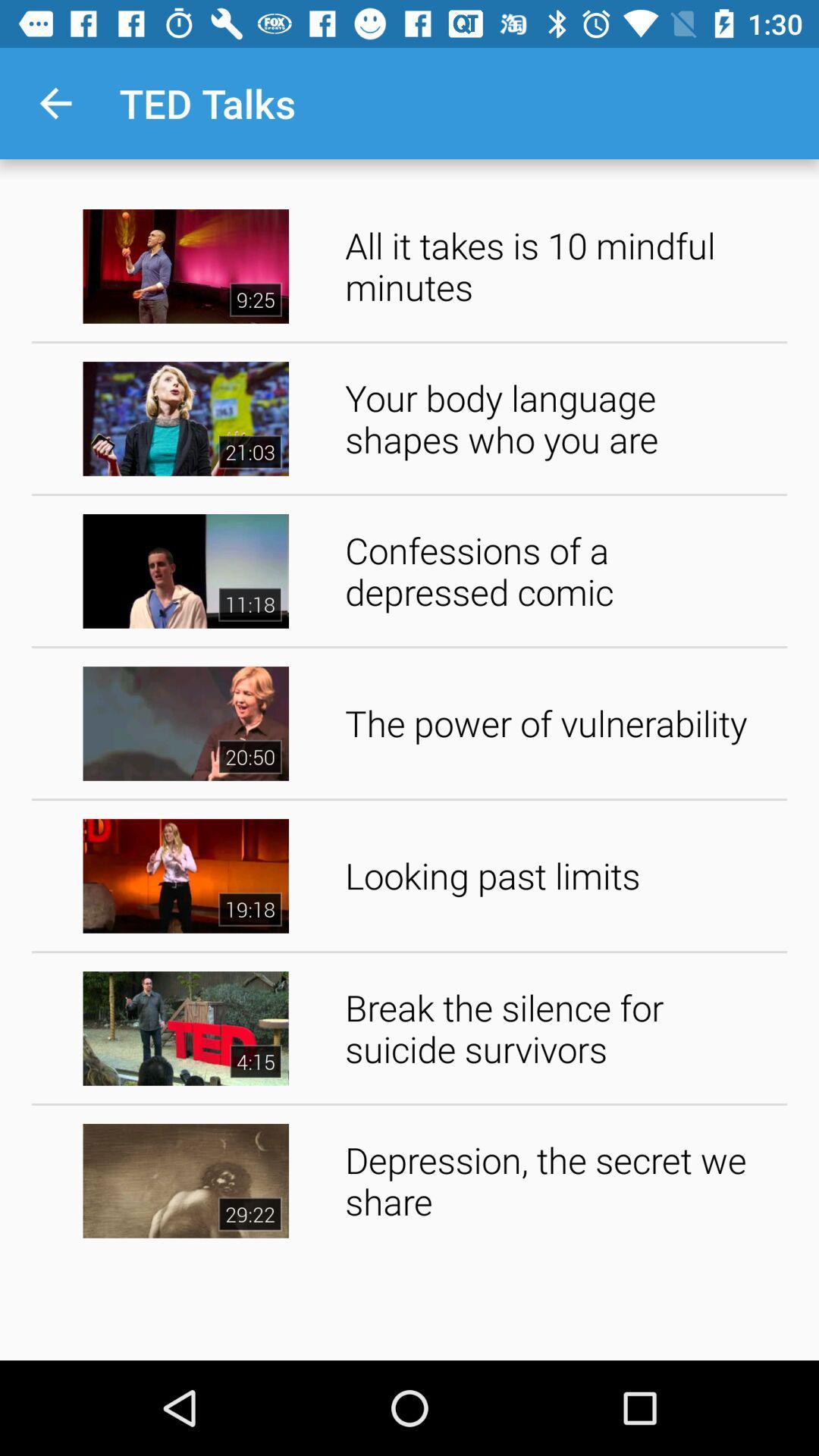 The width and height of the screenshot is (819, 1456). What do you see at coordinates (560, 876) in the screenshot?
I see `app below the power of app` at bounding box center [560, 876].